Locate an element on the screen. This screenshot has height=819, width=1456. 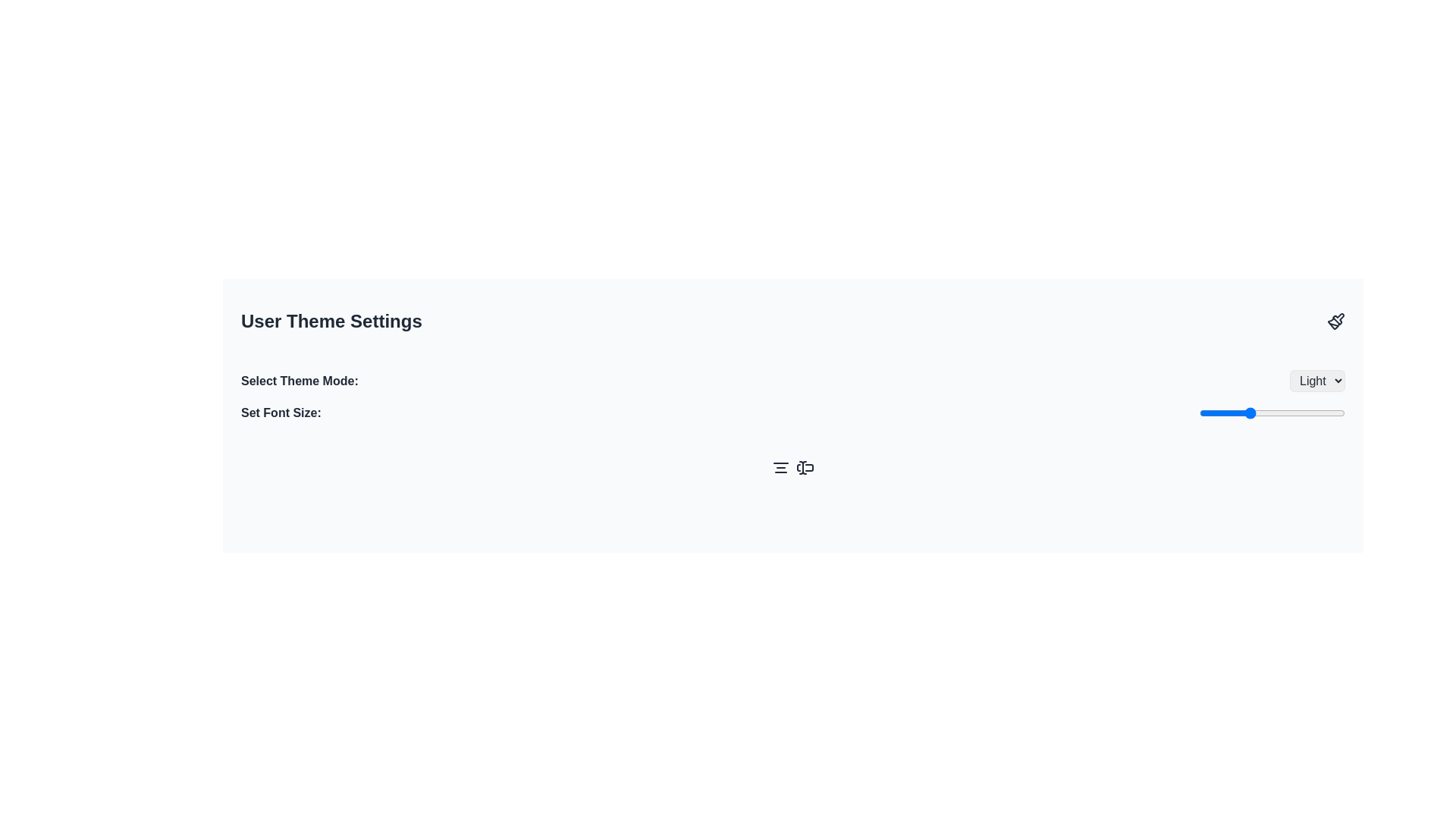
the text label displaying 'Select Theme Mode:' which is located below the main header 'User Theme Settings' and above the theme toggle options is located at coordinates (300, 380).